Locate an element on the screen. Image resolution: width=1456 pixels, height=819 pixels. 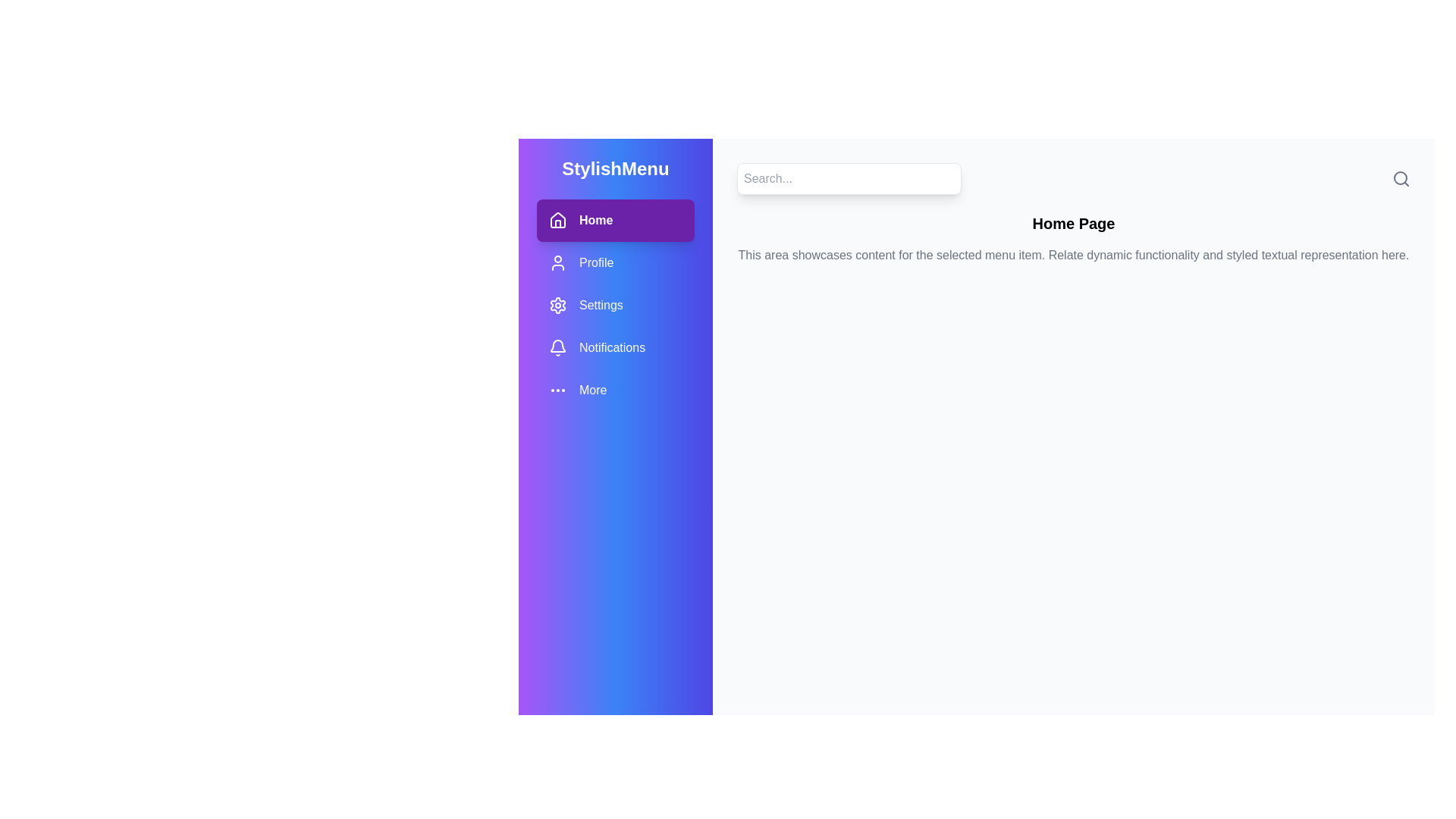
the menu item More to navigate to the corresponding page is located at coordinates (615, 390).